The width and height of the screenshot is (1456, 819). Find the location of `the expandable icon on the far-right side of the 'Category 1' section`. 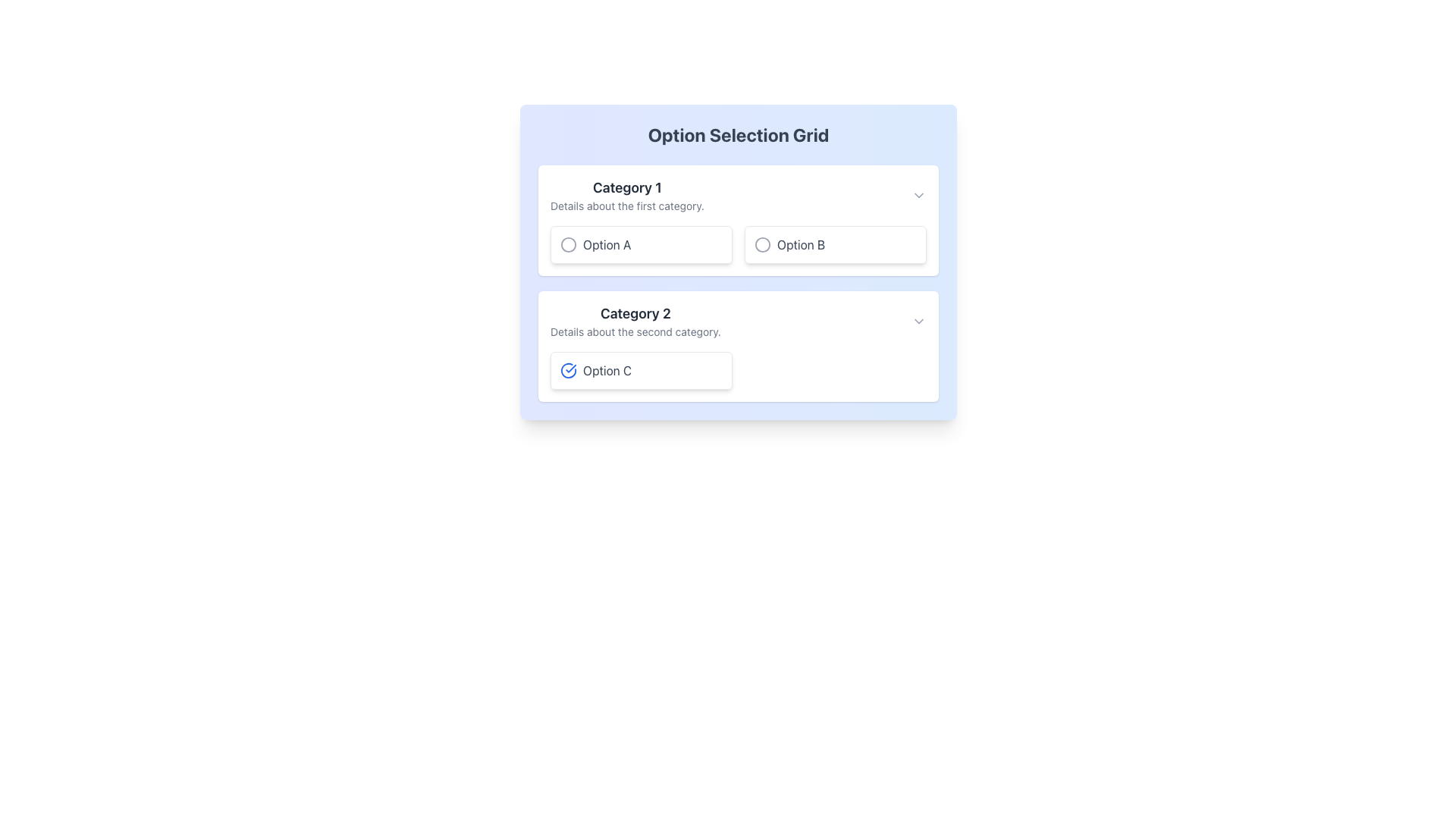

the expandable icon on the far-right side of the 'Category 1' section is located at coordinates (918, 195).